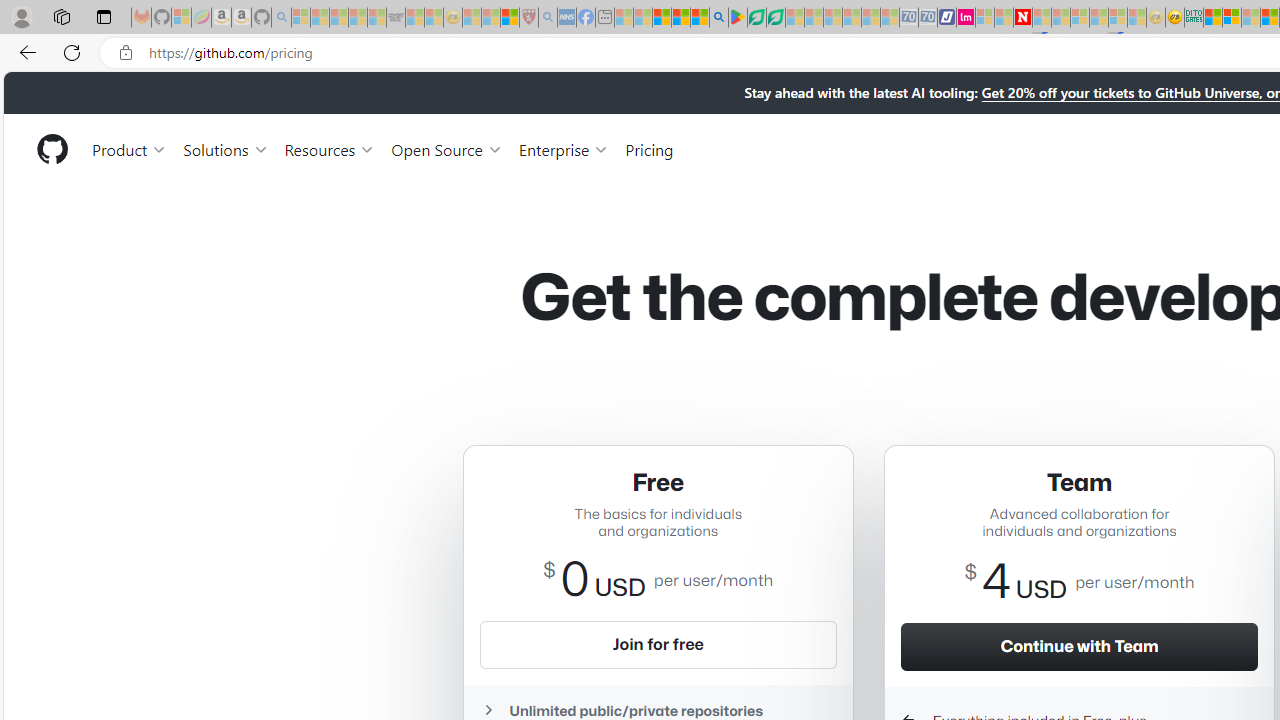 The width and height of the screenshot is (1280, 720). I want to click on 'Join for free', so click(657, 644).